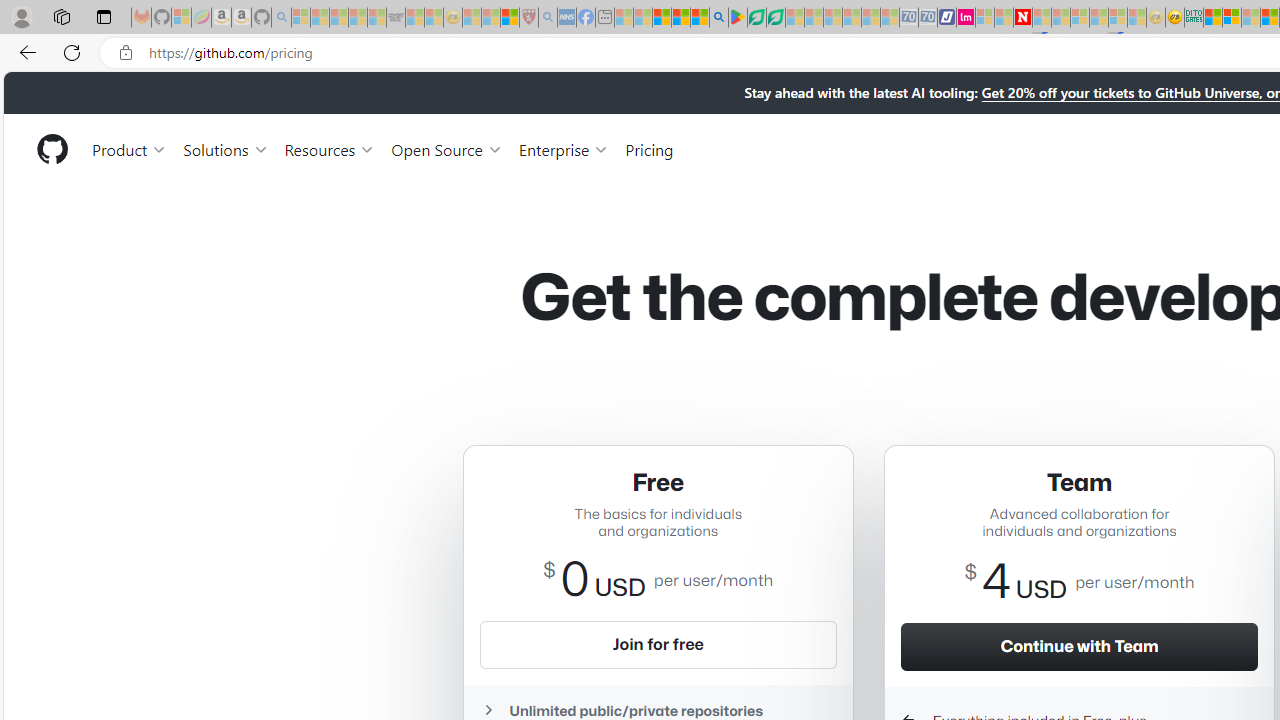 The width and height of the screenshot is (1280, 720). I want to click on 'Join for free', so click(657, 644).